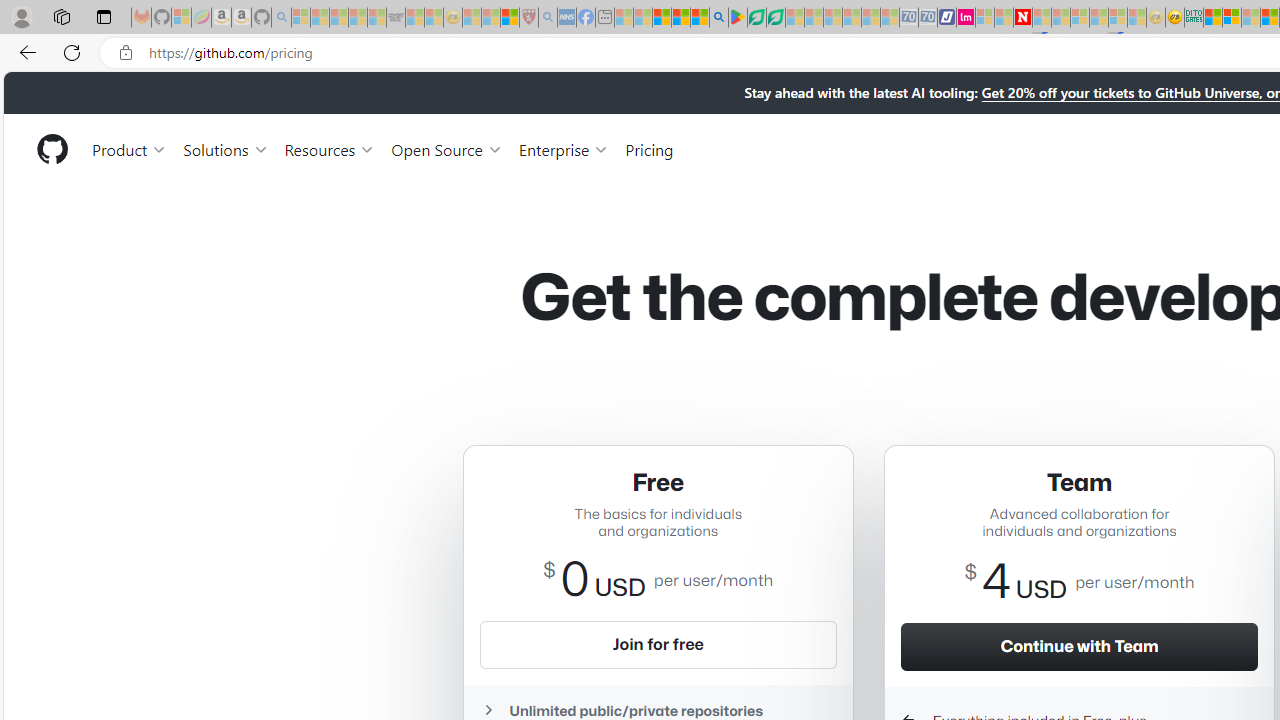 The width and height of the screenshot is (1280, 720). I want to click on 'Join for free', so click(657, 644).